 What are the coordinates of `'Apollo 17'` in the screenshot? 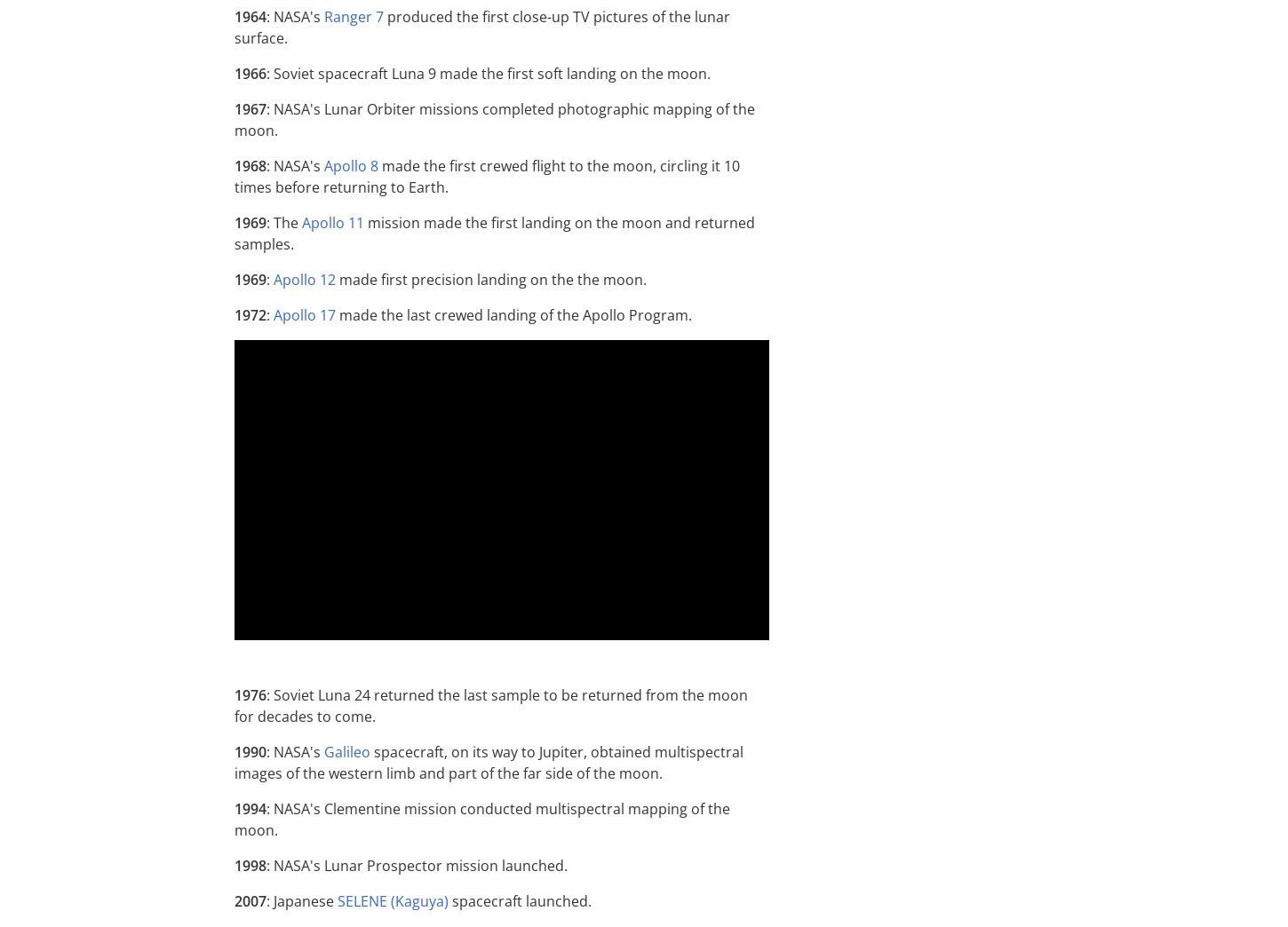 It's located at (273, 314).